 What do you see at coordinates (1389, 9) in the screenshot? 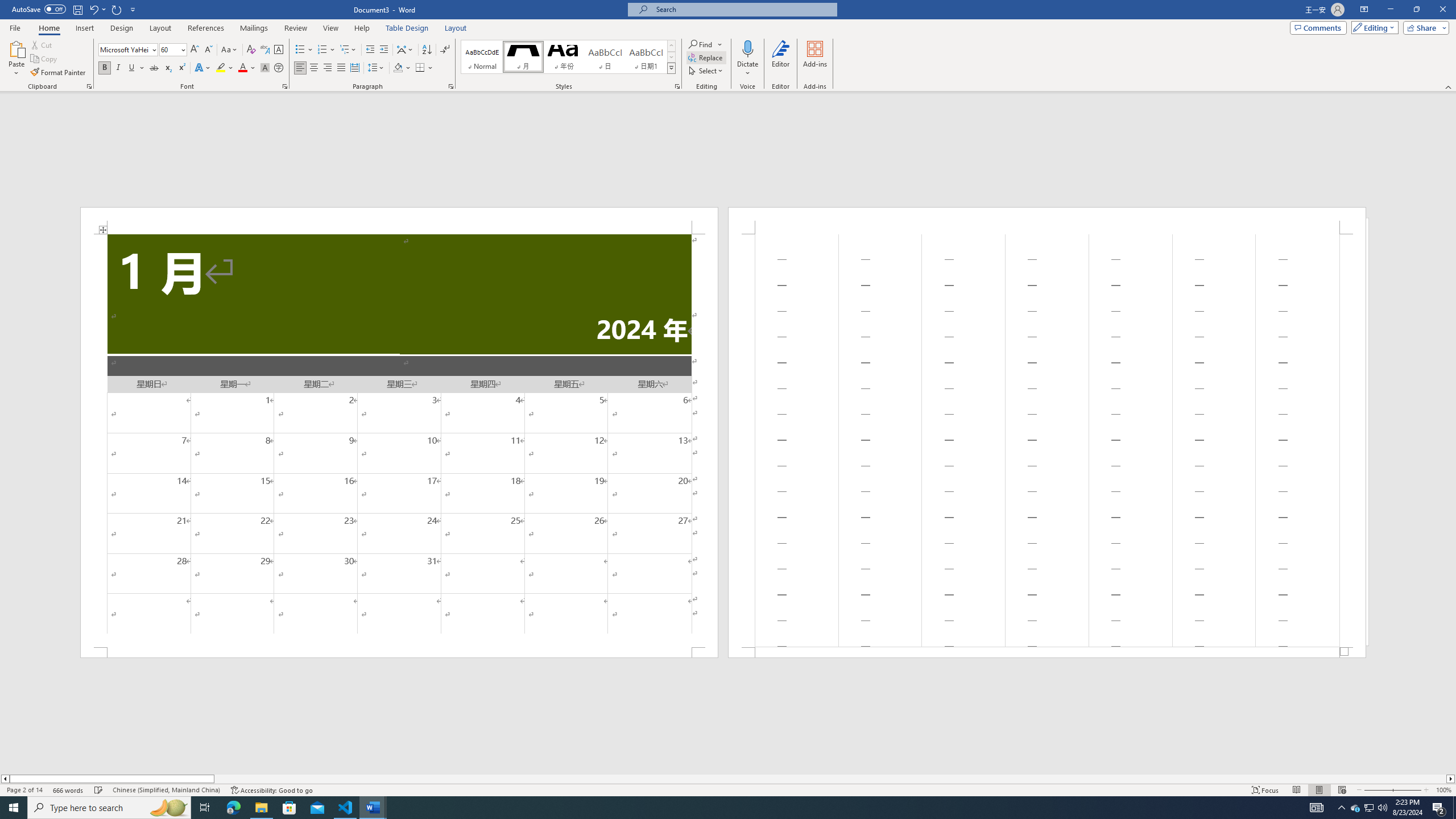
I see `'Minimize'` at bounding box center [1389, 9].